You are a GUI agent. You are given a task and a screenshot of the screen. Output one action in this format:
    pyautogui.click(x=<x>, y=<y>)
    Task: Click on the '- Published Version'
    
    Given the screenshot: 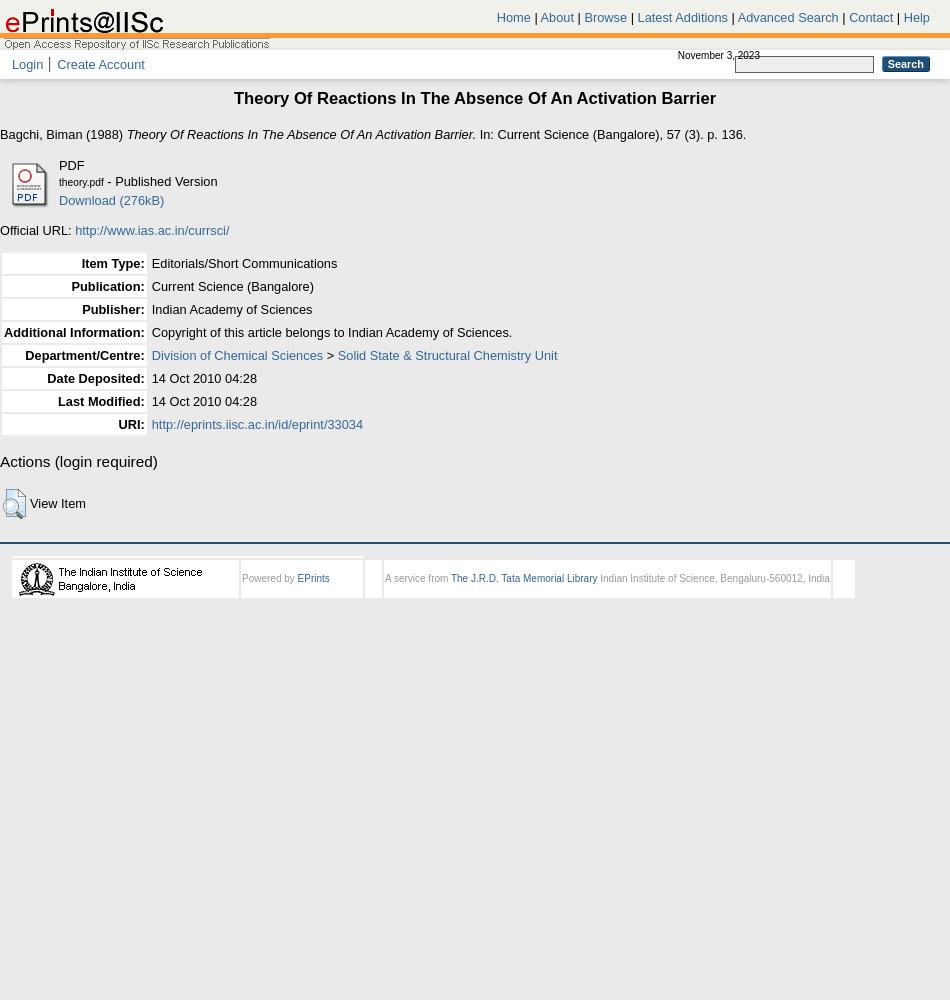 What is the action you would take?
    pyautogui.click(x=159, y=180)
    